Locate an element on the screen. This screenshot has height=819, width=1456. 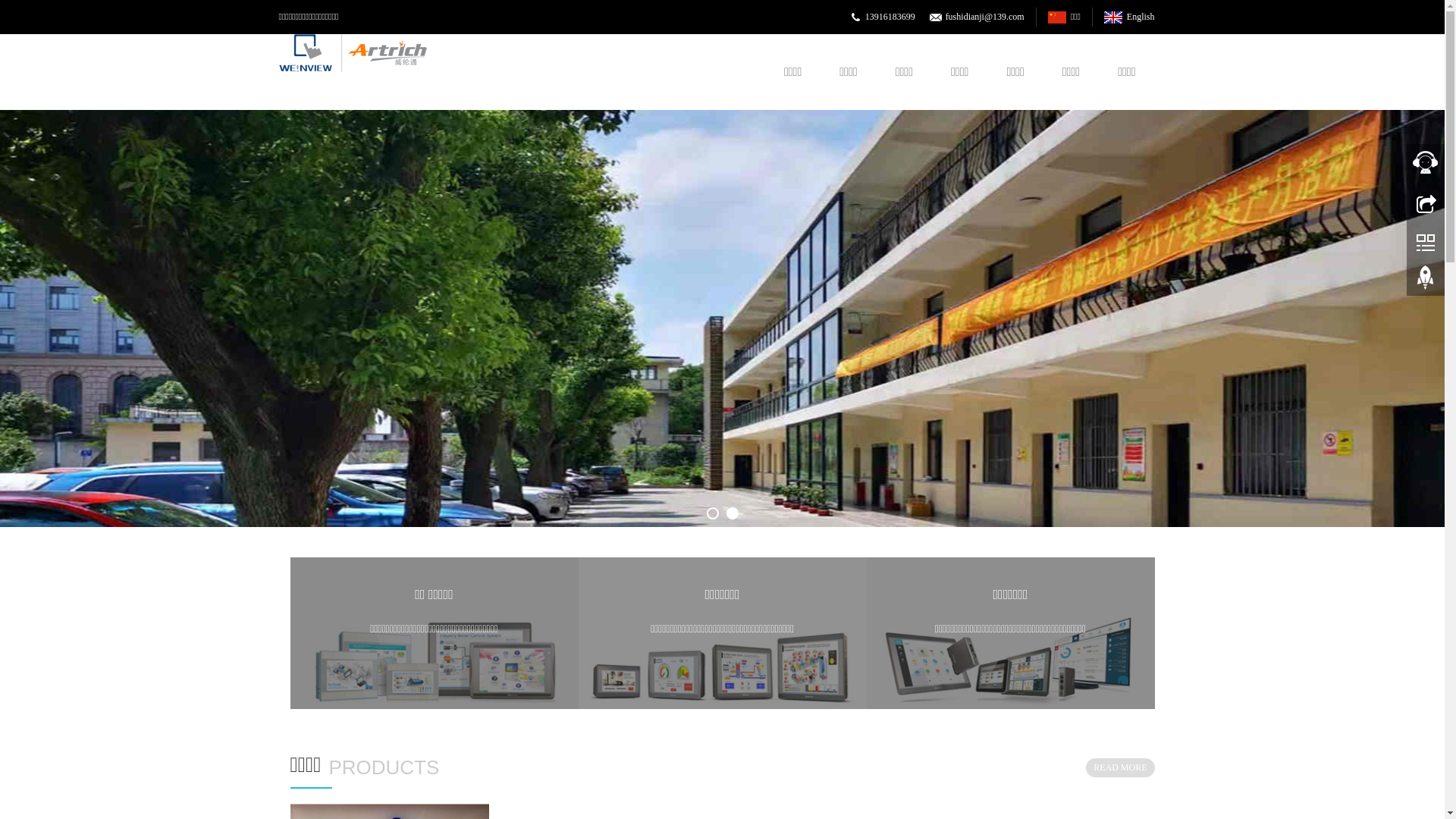
'13916183699' is located at coordinates (890, 17).